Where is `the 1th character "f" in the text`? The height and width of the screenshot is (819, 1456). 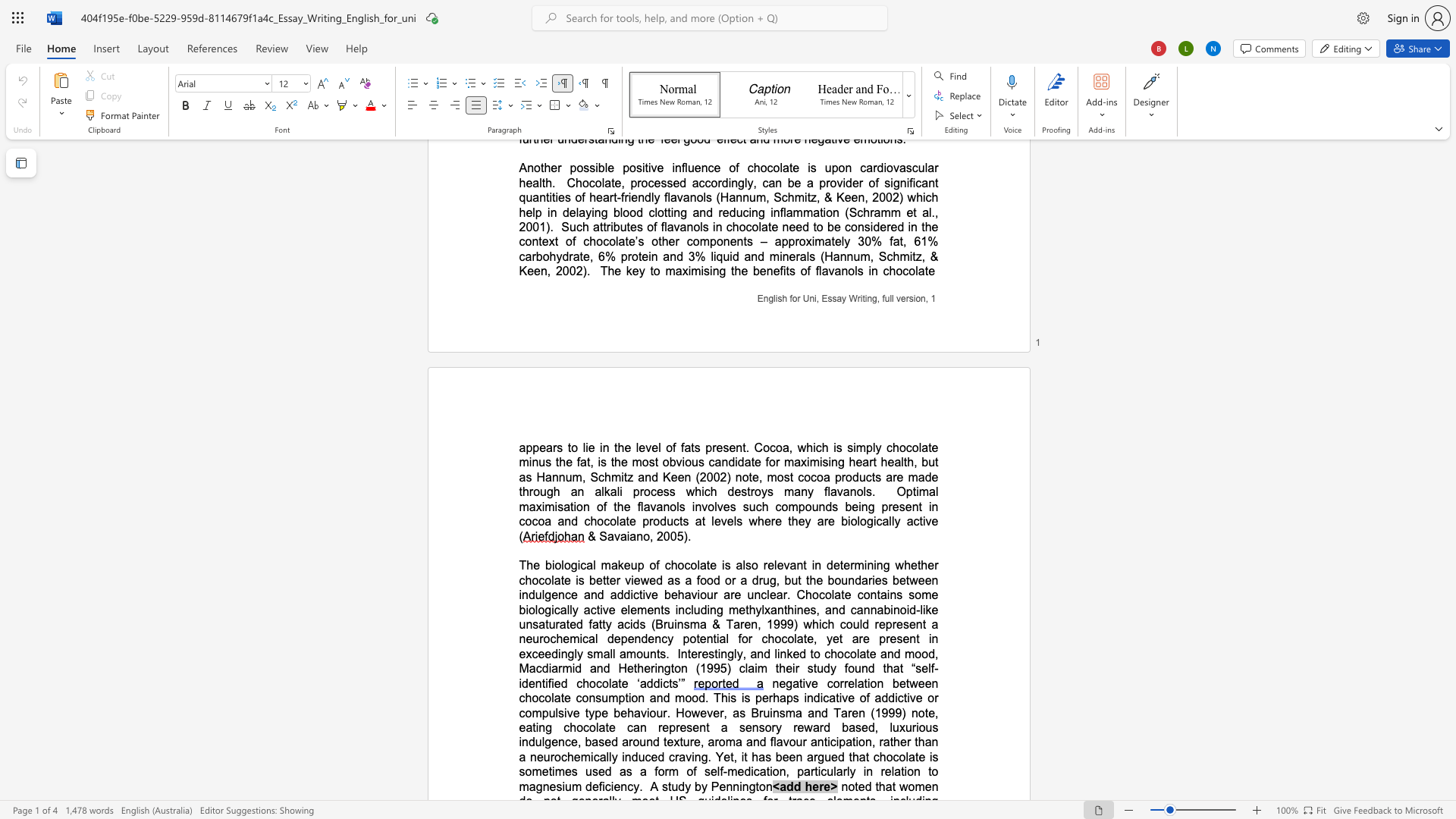
the 1th character "f" in the text is located at coordinates (739, 639).